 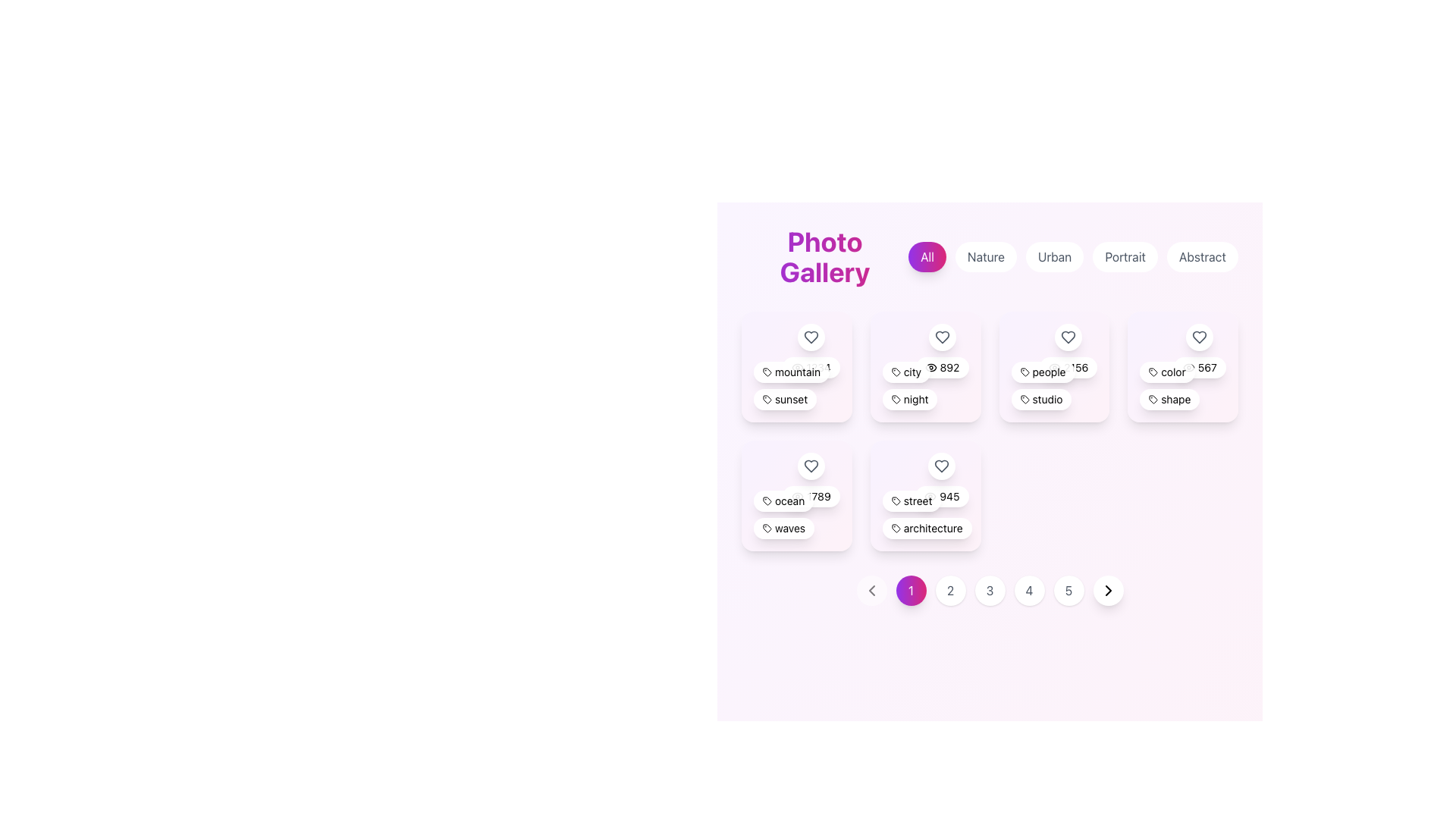 What do you see at coordinates (1199, 336) in the screenshot?
I see `the favorite or like icon button located in the top-right corner of the fourth card in the first row of the grid layout` at bounding box center [1199, 336].